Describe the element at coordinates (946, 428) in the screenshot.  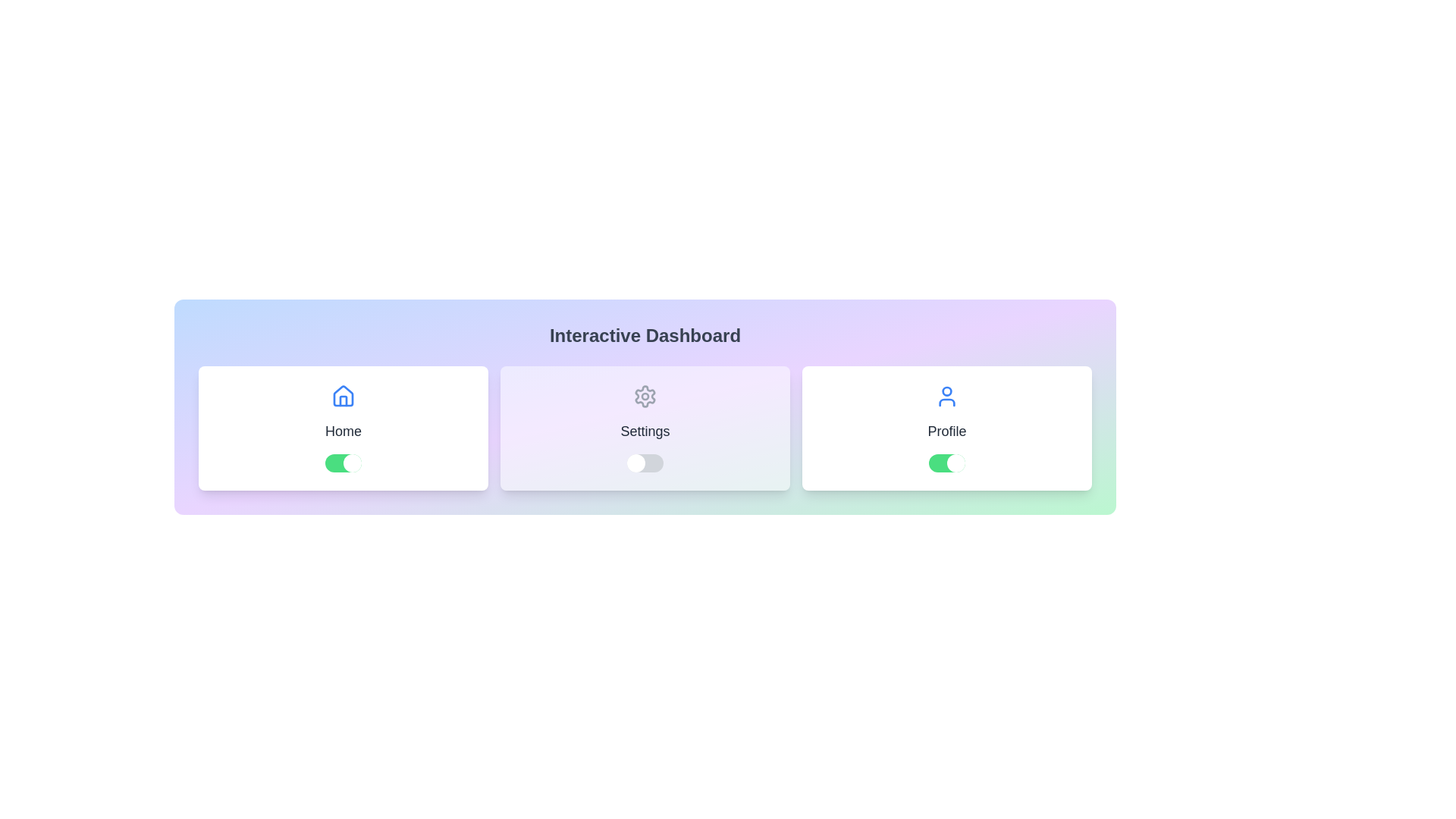
I see `the Profile card by clicking on it` at that location.